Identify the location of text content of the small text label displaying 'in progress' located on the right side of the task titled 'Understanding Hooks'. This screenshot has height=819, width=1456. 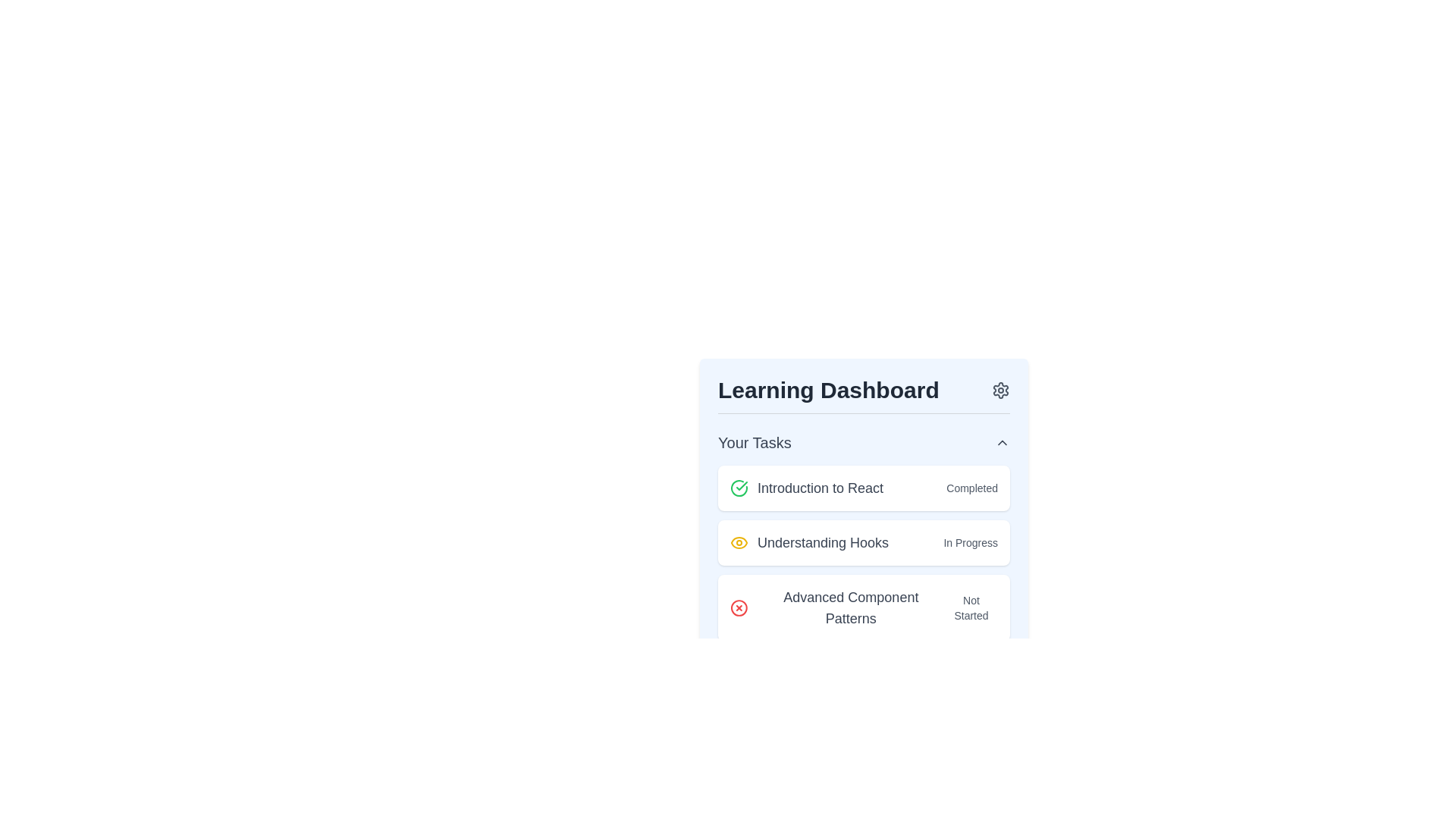
(971, 542).